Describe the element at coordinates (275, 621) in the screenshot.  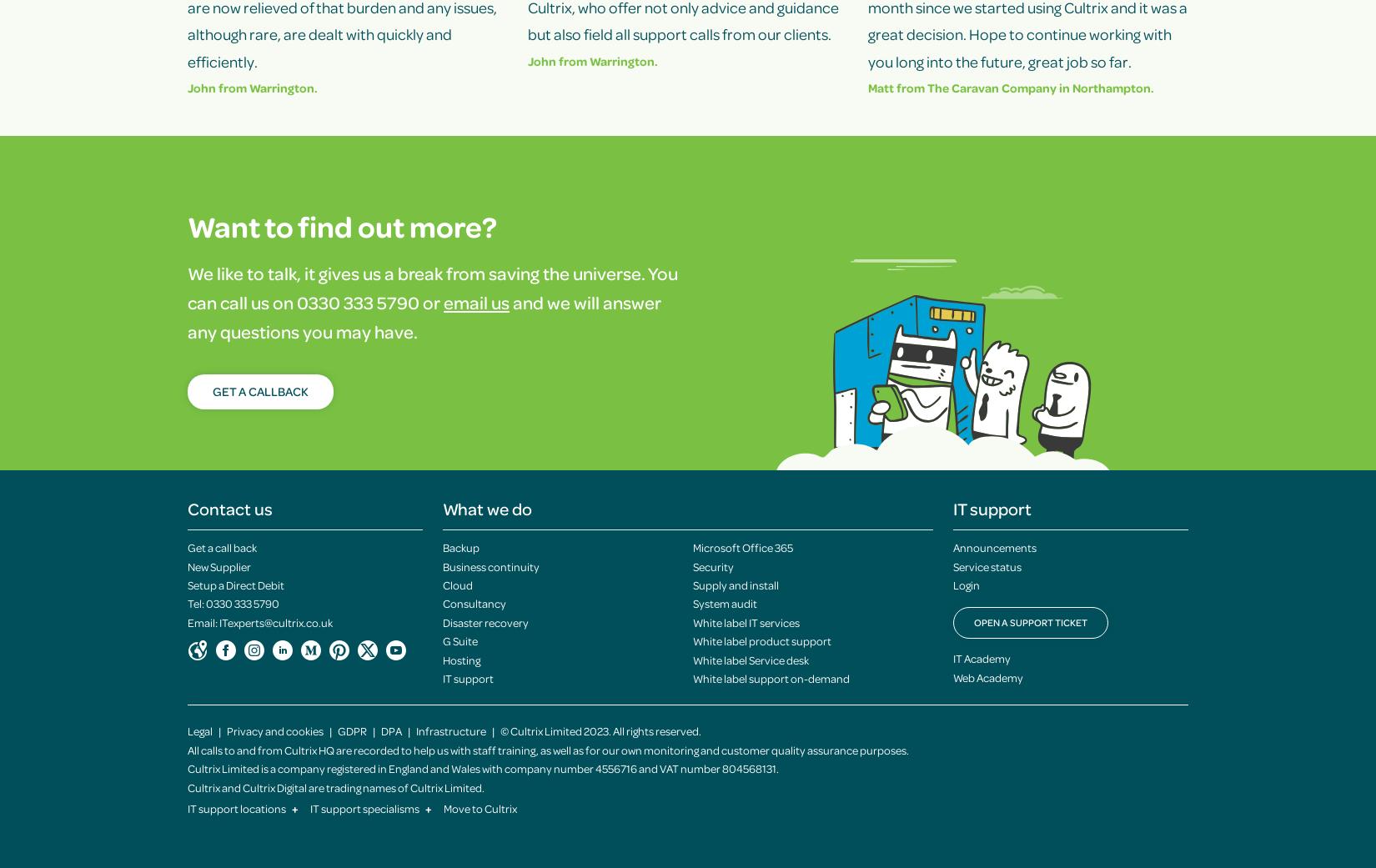
I see `'ITexperts@cultrix.co.uk'` at that location.